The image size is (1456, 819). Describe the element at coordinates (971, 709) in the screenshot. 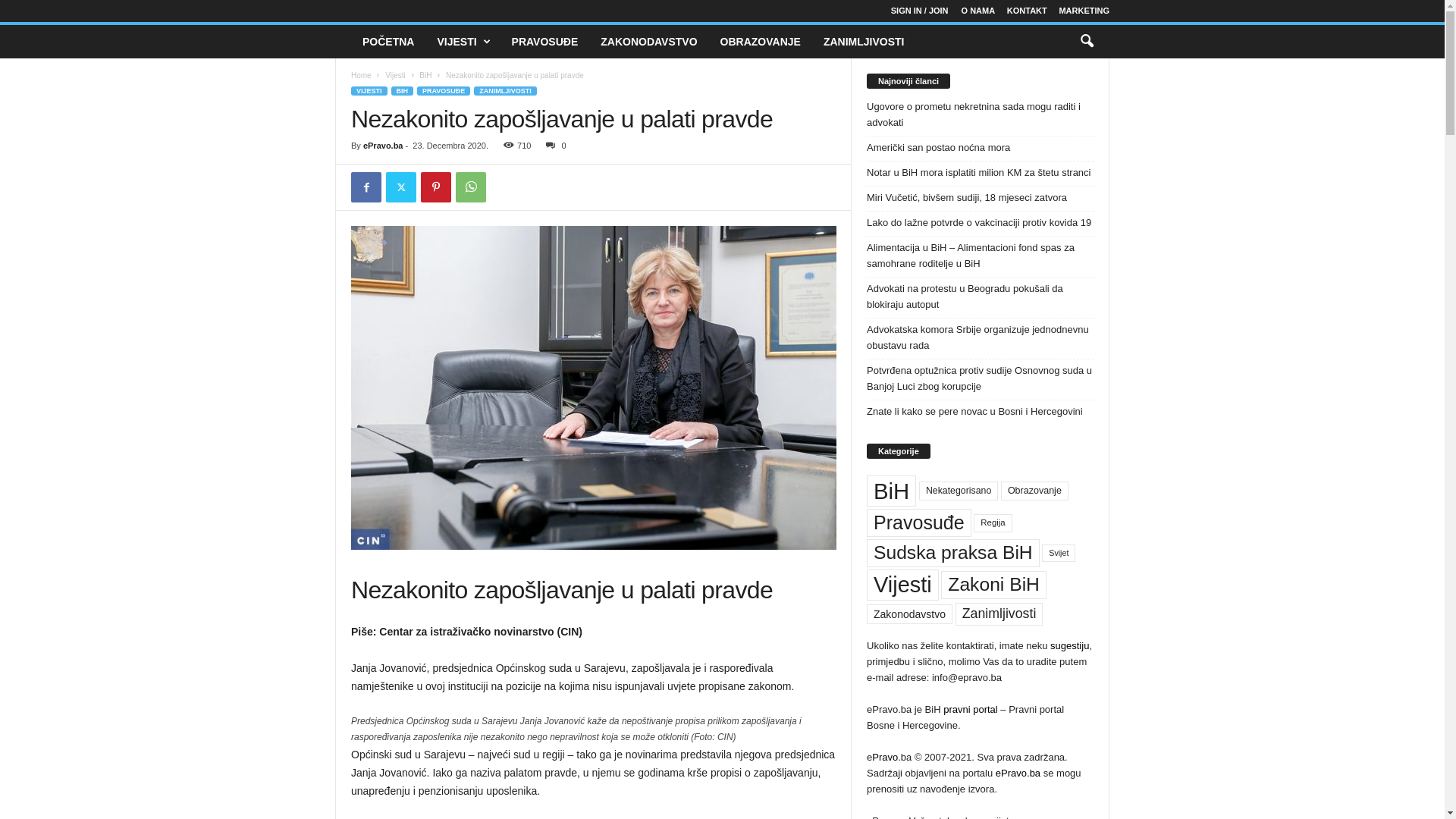

I see `'pravni portal'` at that location.